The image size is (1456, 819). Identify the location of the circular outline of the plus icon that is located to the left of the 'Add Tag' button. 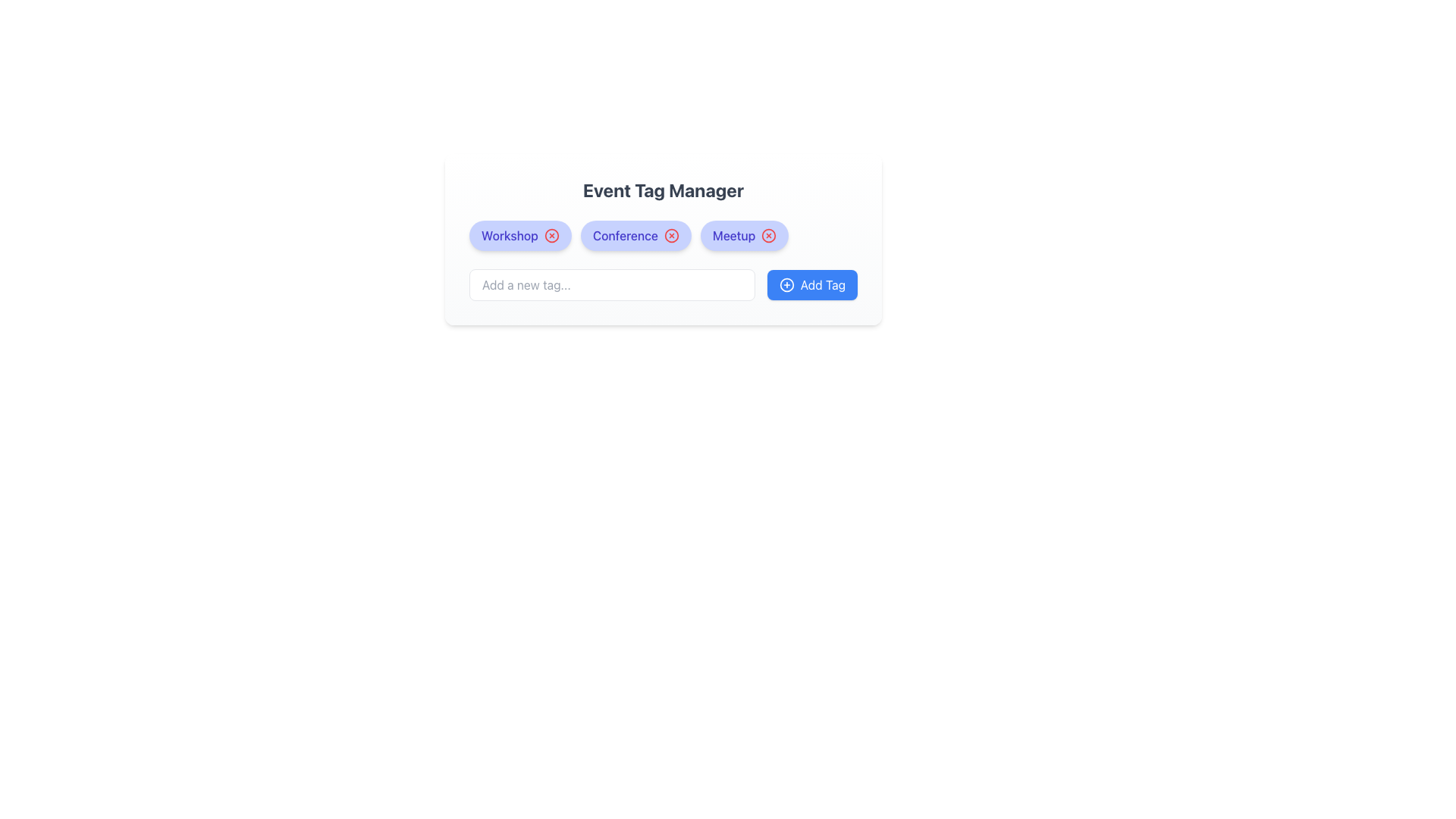
(786, 284).